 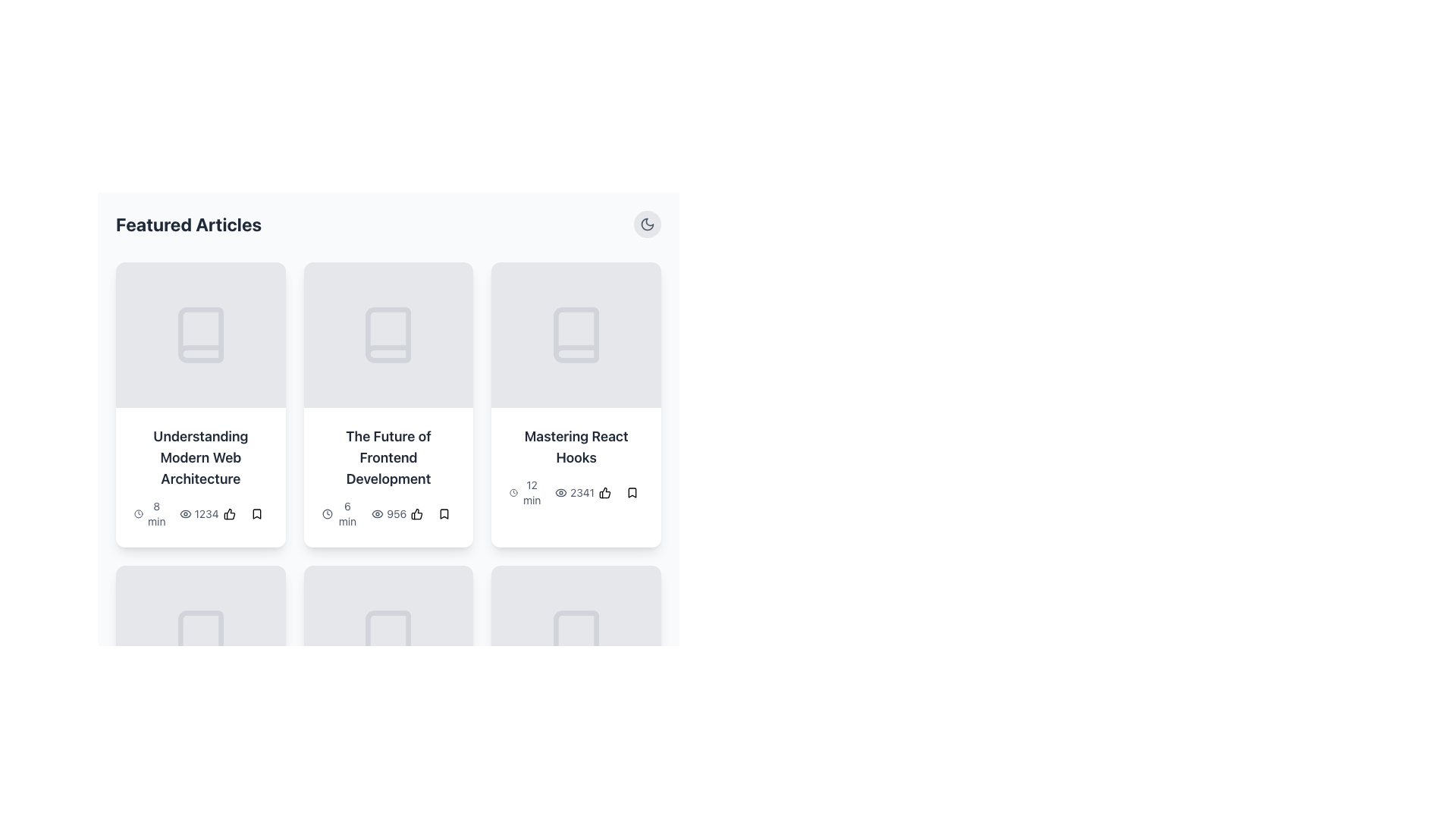 What do you see at coordinates (199, 334) in the screenshot?
I see `the illustrative icon representing the article topic in the top row, first column of the 'Featured Articles' section, which is directly above the title 'Understanding Modern Web Architecture'` at bounding box center [199, 334].